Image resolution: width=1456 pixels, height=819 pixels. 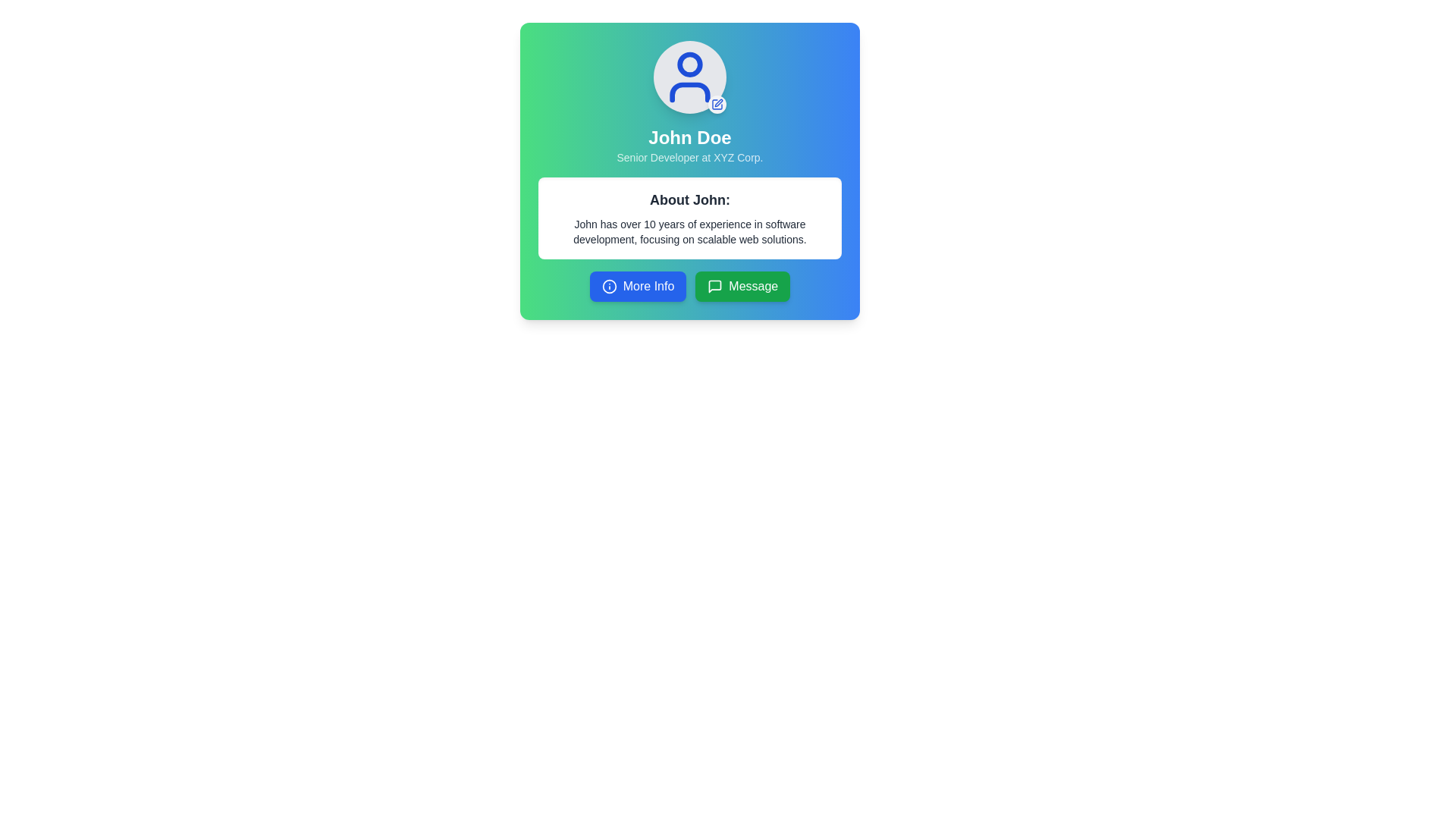 What do you see at coordinates (714, 287) in the screenshot?
I see `the messaging icon located adjacent to the 'Message' button at the bottom-right corner of the card interface` at bounding box center [714, 287].